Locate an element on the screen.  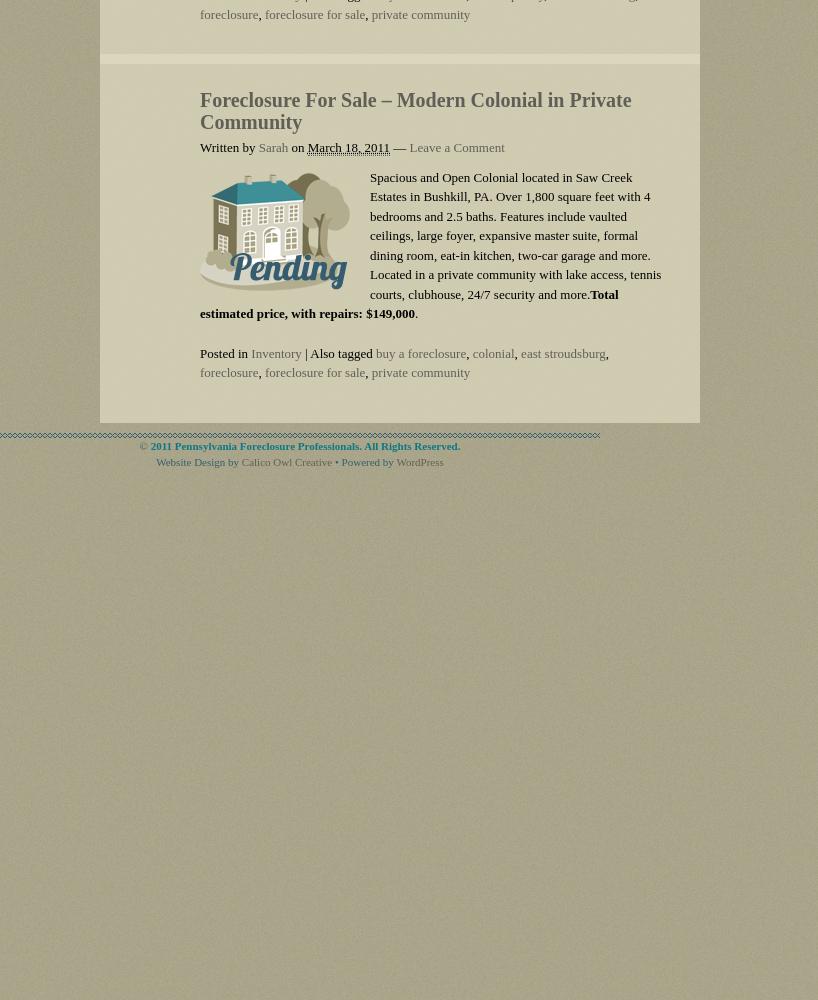
'Posted in' is located at coordinates (199, 351).